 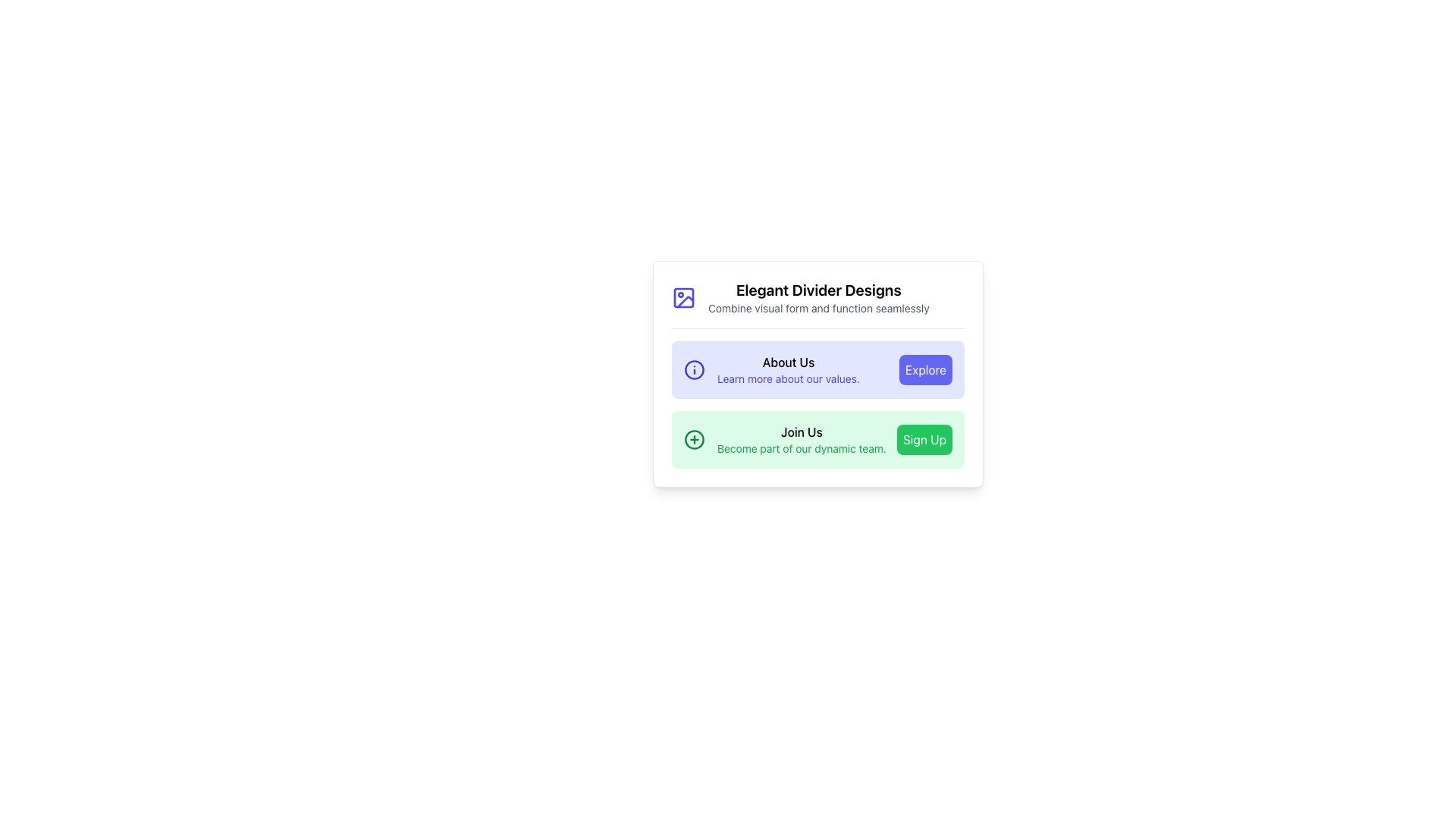 What do you see at coordinates (789, 378) in the screenshot?
I see `the caption that reads 'Learn more about our values.', which is styled in indigo and located below the 'About Us' heading` at bounding box center [789, 378].